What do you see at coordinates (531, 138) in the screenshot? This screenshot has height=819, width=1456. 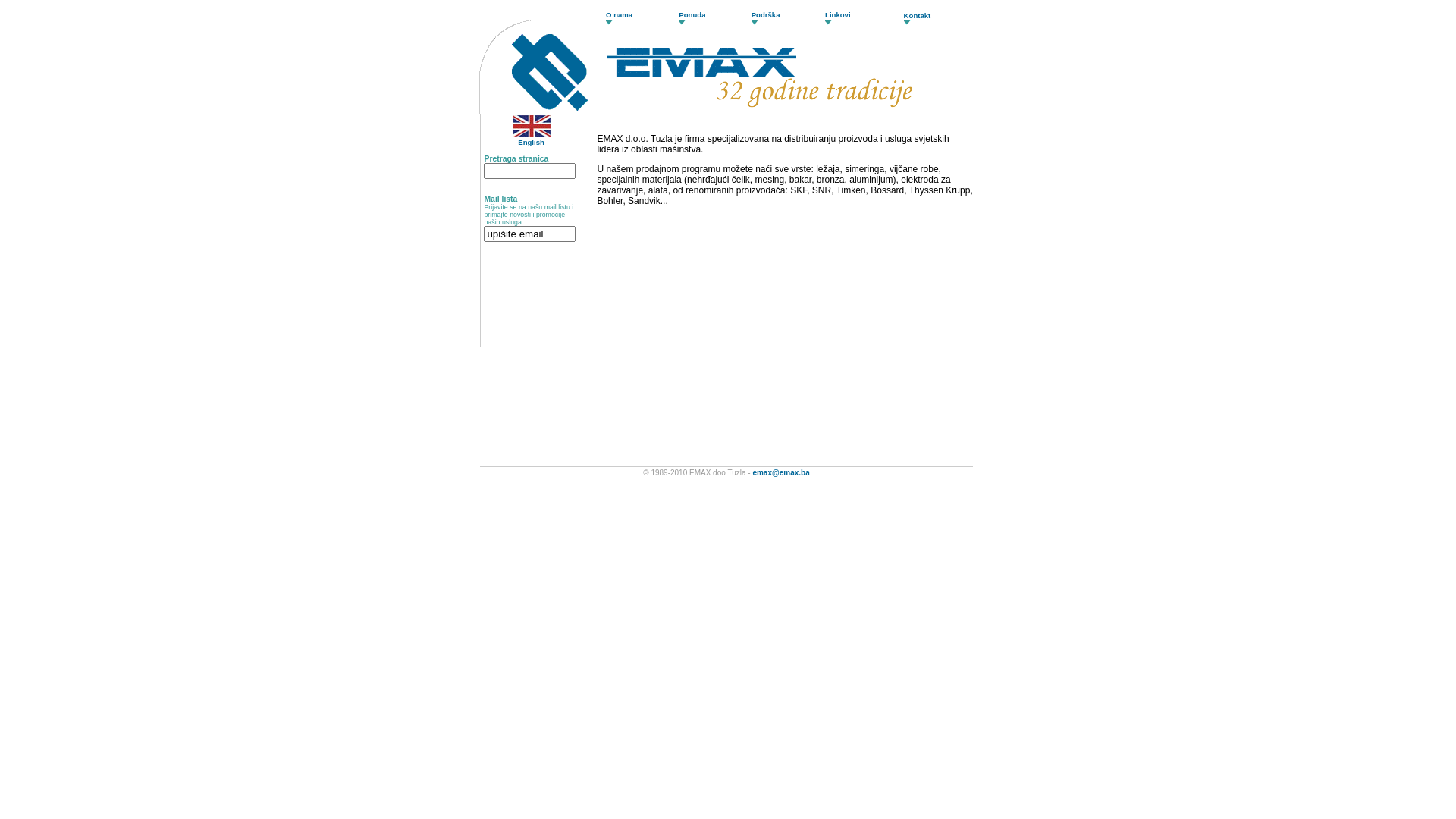 I see `'English'` at bounding box center [531, 138].